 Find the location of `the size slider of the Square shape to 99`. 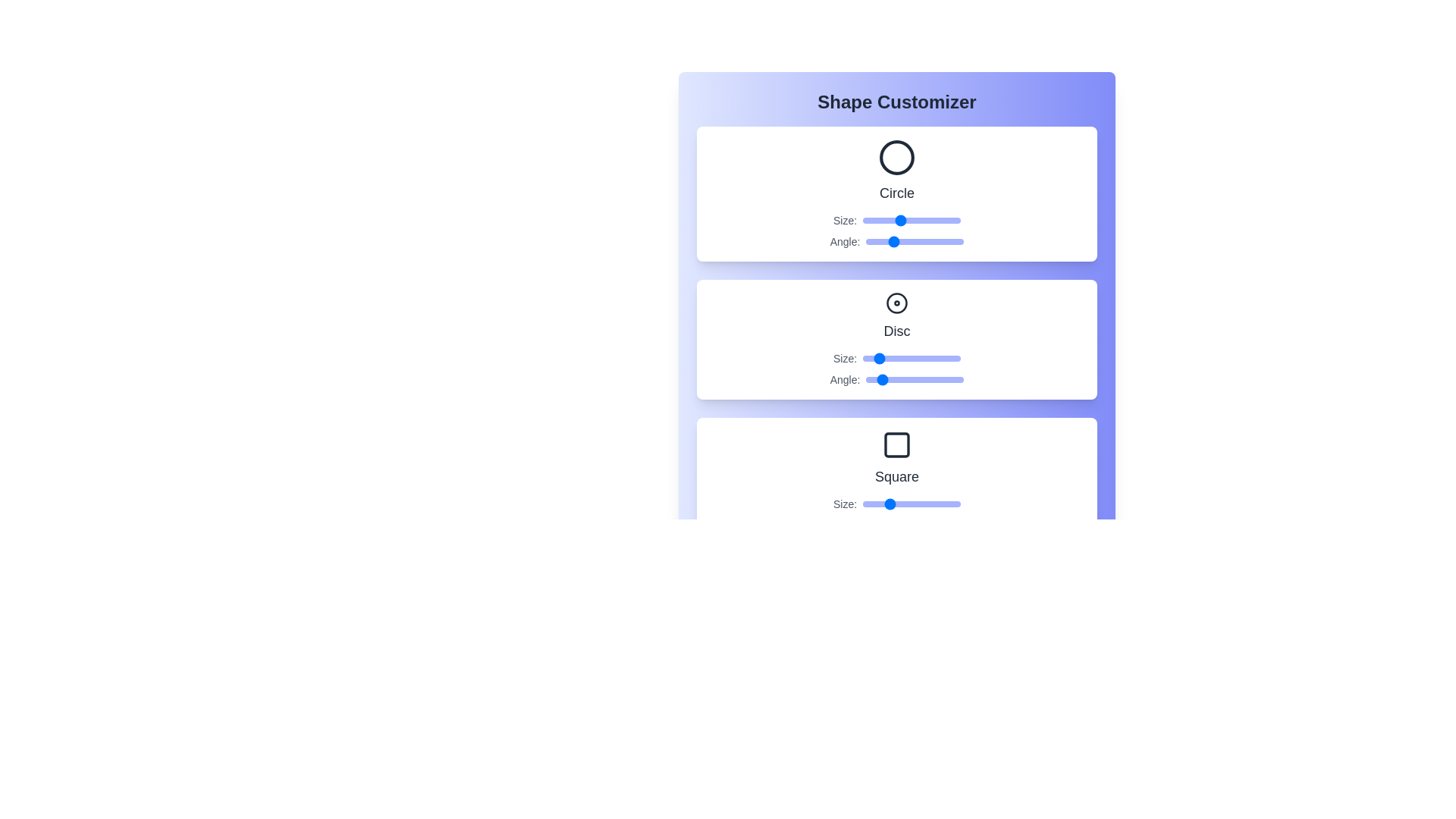

the size slider of the Square shape to 99 is located at coordinates (959, 504).